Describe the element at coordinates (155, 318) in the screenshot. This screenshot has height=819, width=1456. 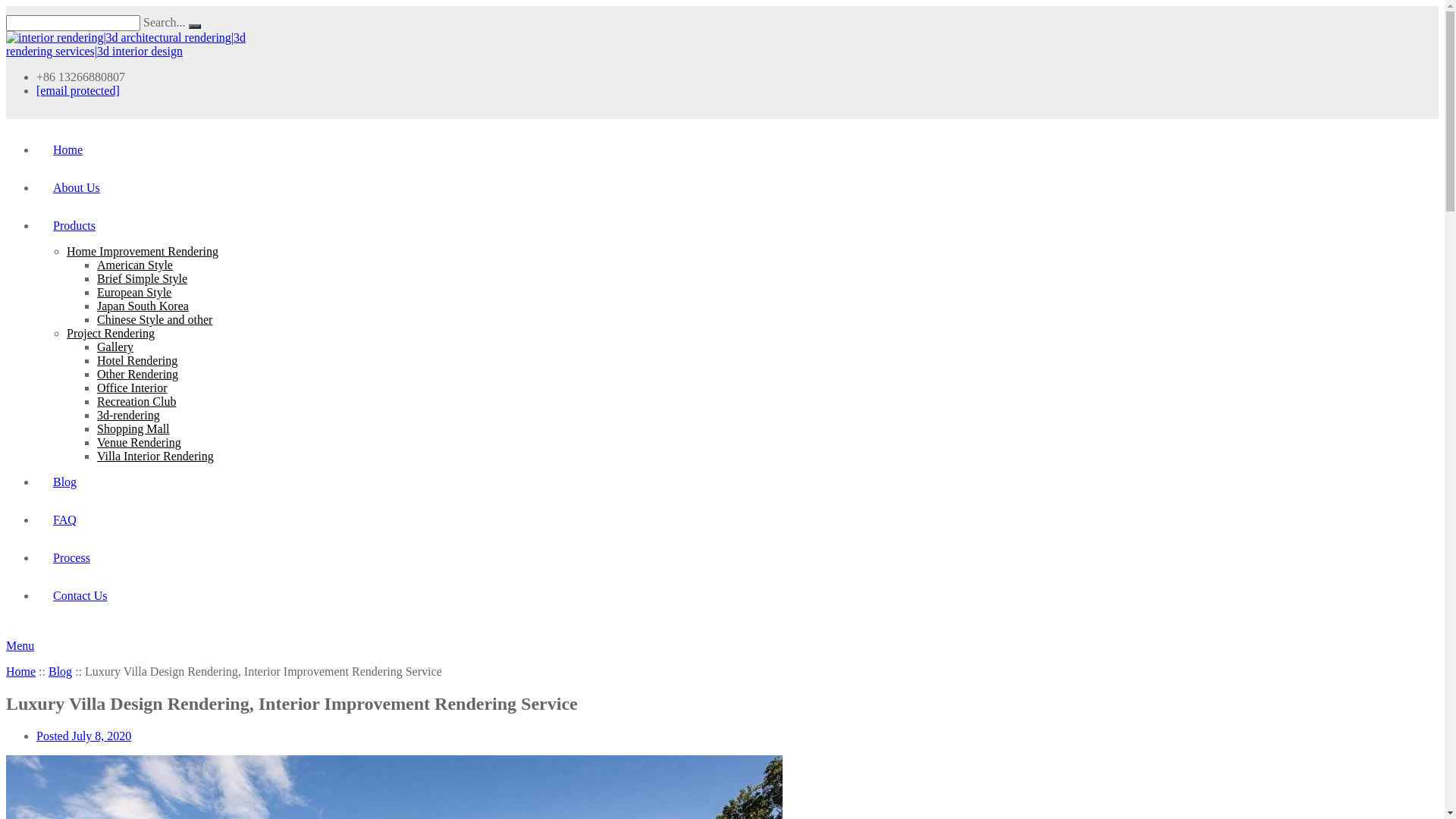
I see `'Chinese Style and other'` at that location.